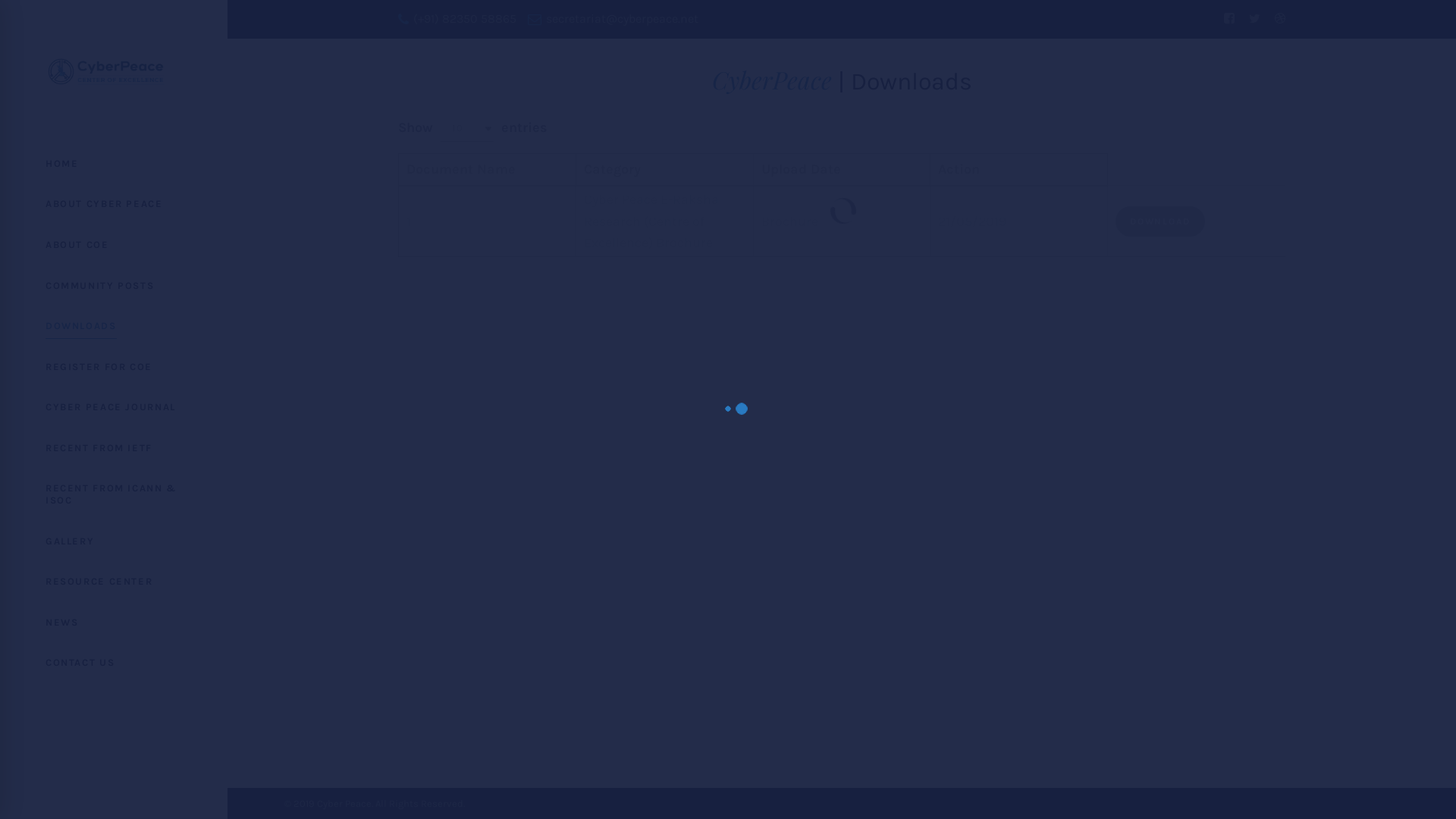 The image size is (1456, 819). Describe the element at coordinates (112, 494) in the screenshot. I see `'RECENT FROM ICANN & ISOC'` at that location.